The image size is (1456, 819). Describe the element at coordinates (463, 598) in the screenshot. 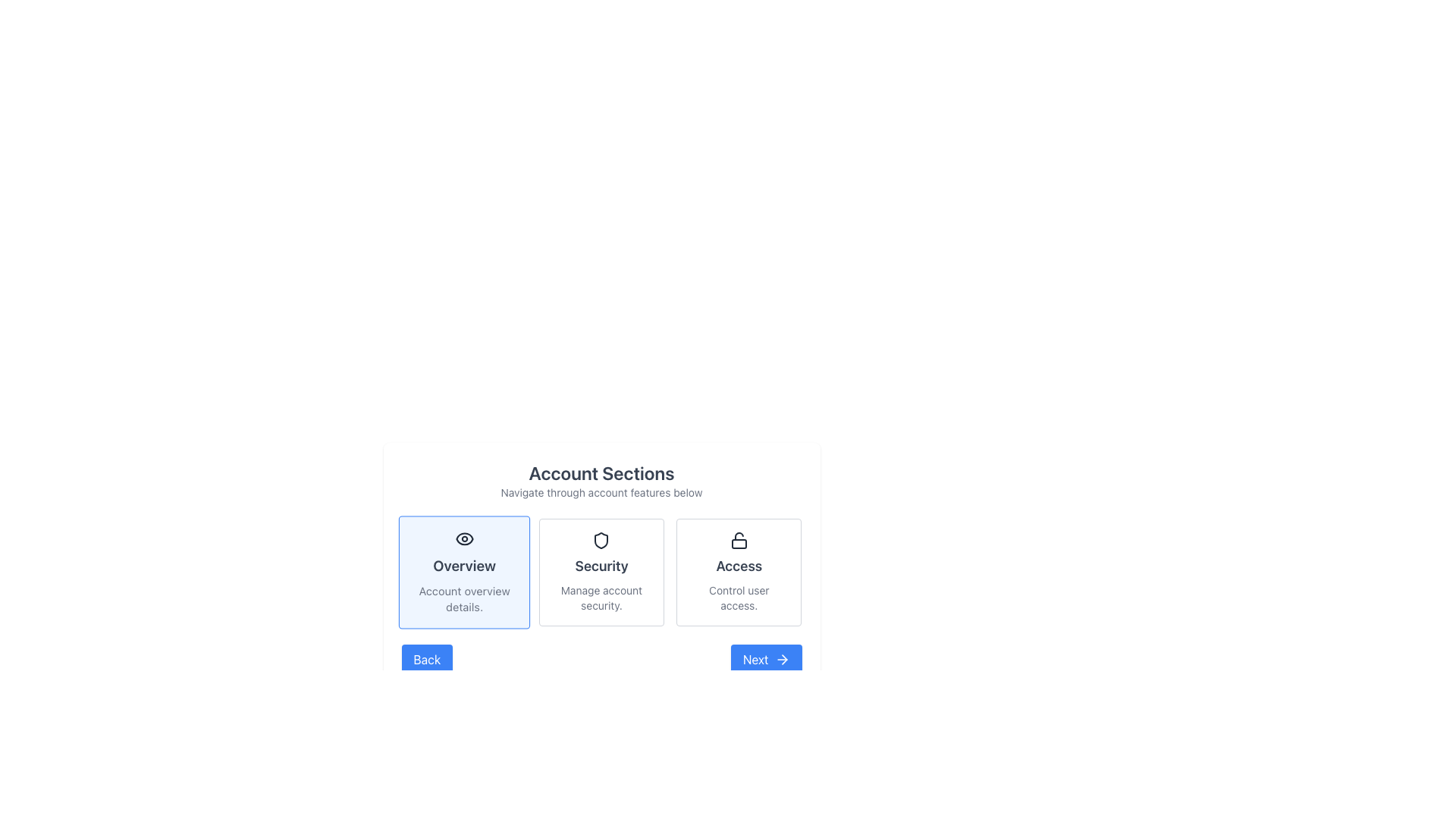

I see `the text display component that contains the text 'Account overview details.' located within the 'Overview' card structure` at that location.